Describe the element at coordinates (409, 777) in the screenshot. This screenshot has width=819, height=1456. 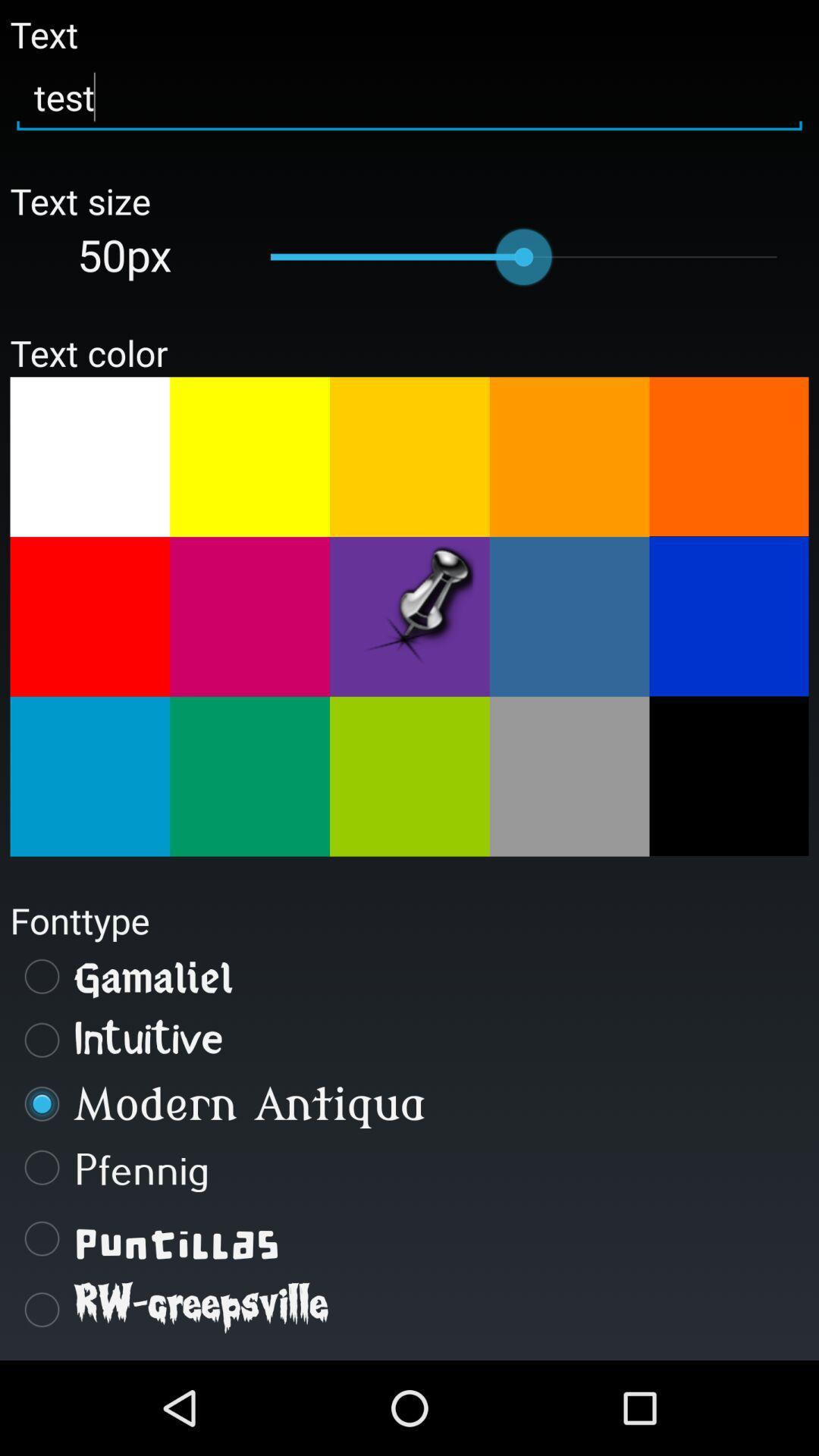
I see `the light green option` at that location.